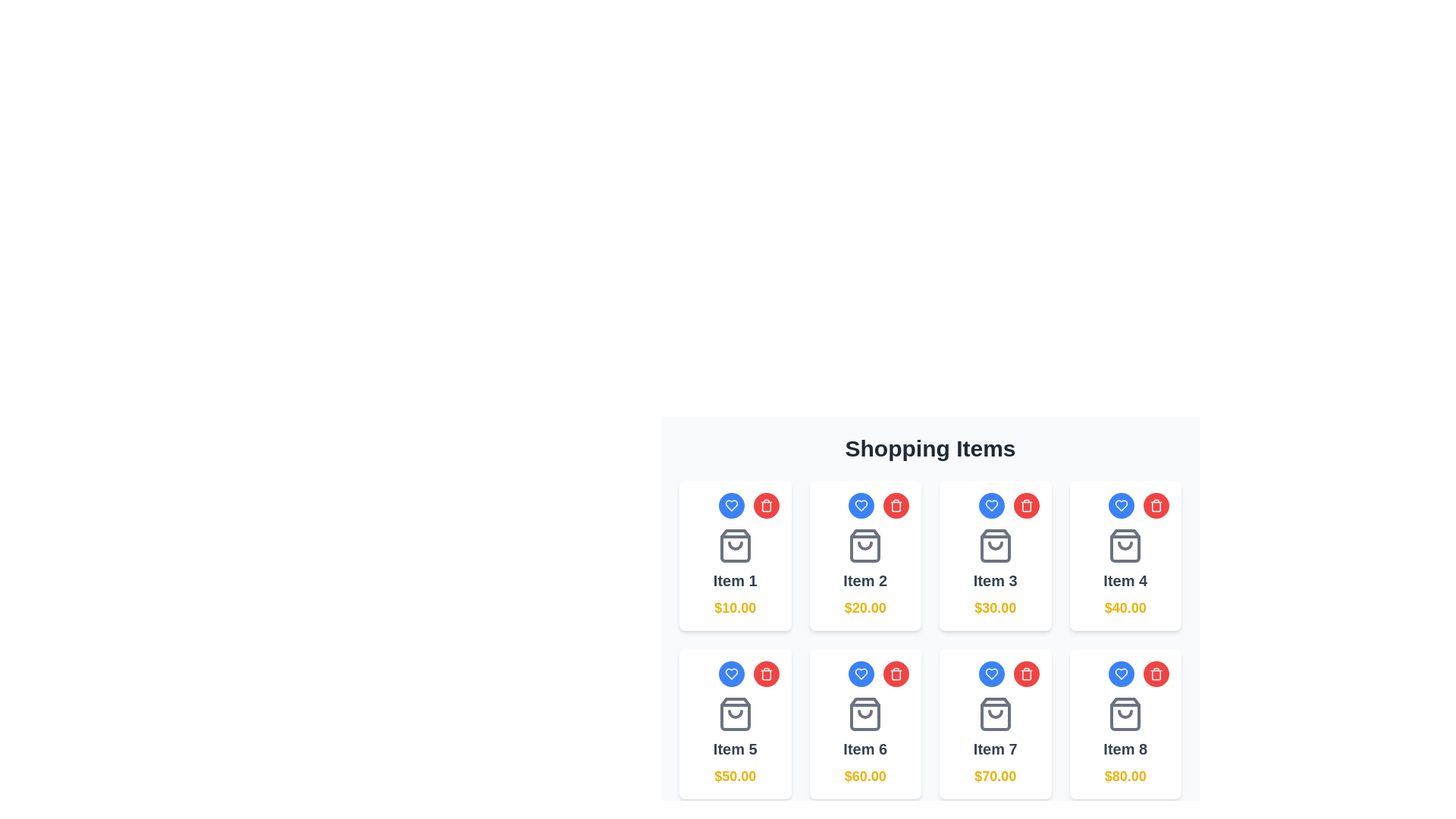 The height and width of the screenshot is (819, 1456). Describe the element at coordinates (1026, 673) in the screenshot. I see `the delete icon button located at the top-right corner of Item 6 in the 'Shopping Items' section` at that location.